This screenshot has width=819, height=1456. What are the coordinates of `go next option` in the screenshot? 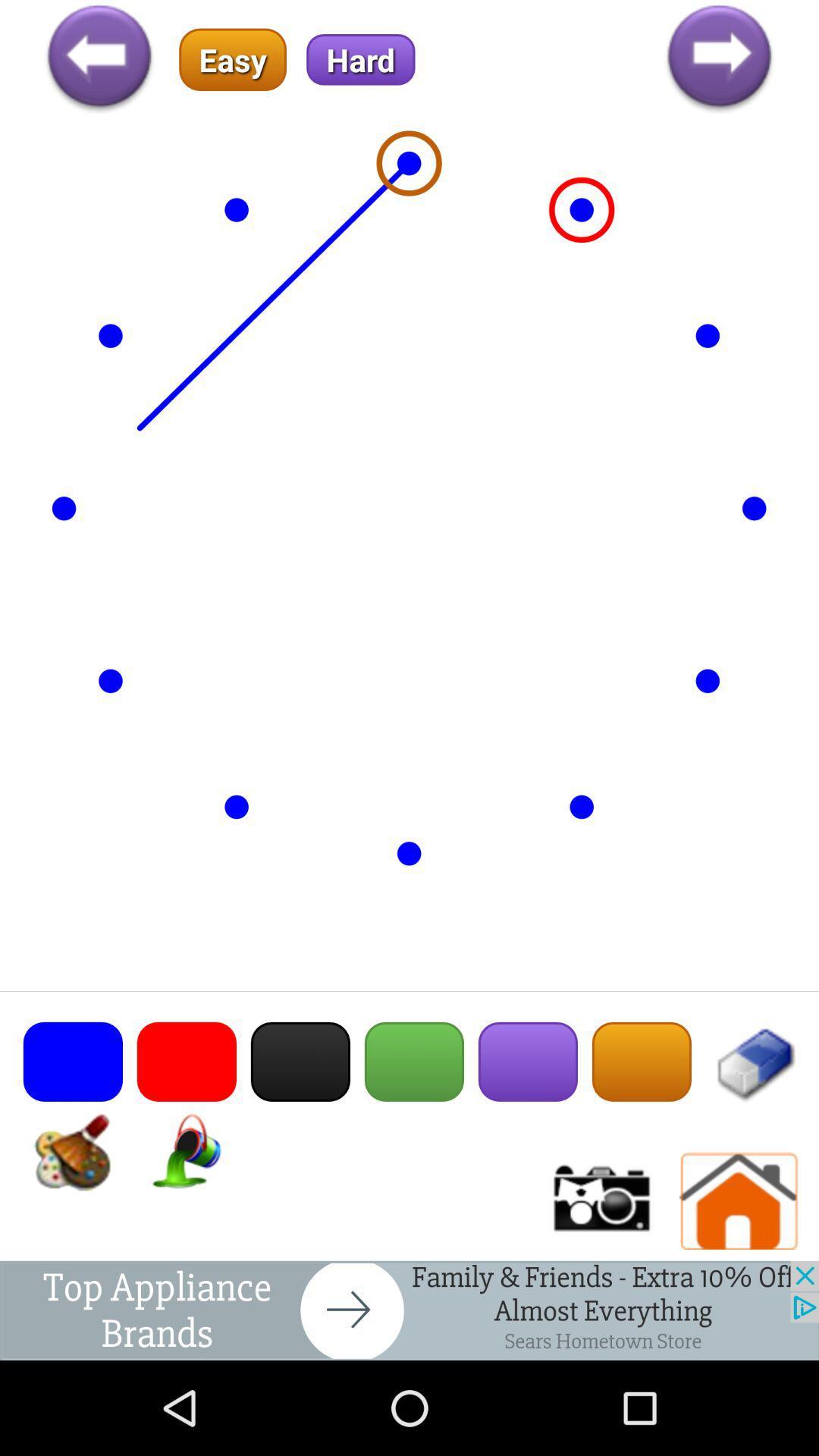 It's located at (718, 59).